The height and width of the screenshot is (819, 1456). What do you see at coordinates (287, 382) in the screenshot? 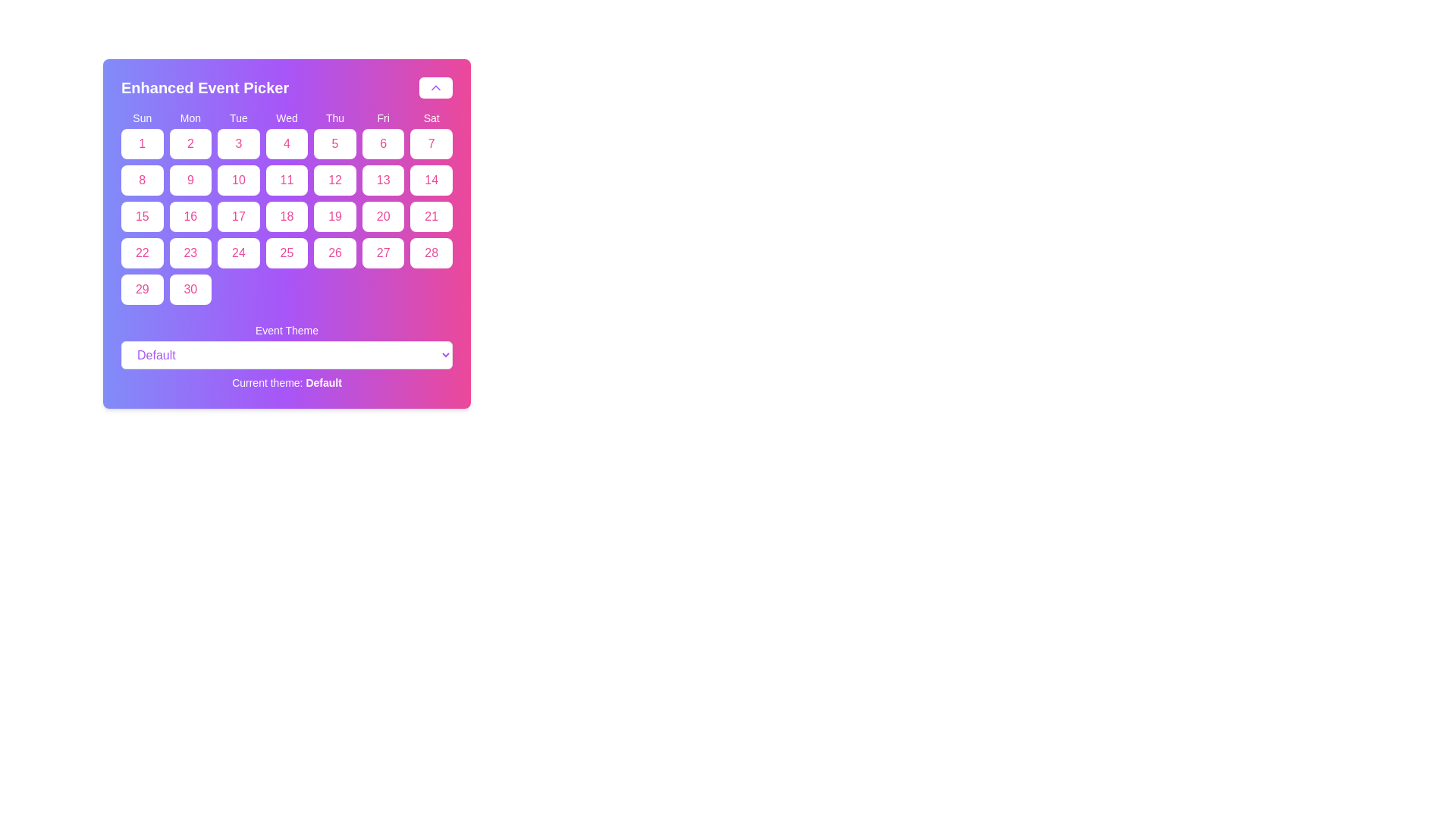
I see `the static text label displaying 'Current theme: Default', located near the bottom of the 'Enhanced Event Picker' UI panel, below the 'Event Theme' dropdown menu` at bounding box center [287, 382].